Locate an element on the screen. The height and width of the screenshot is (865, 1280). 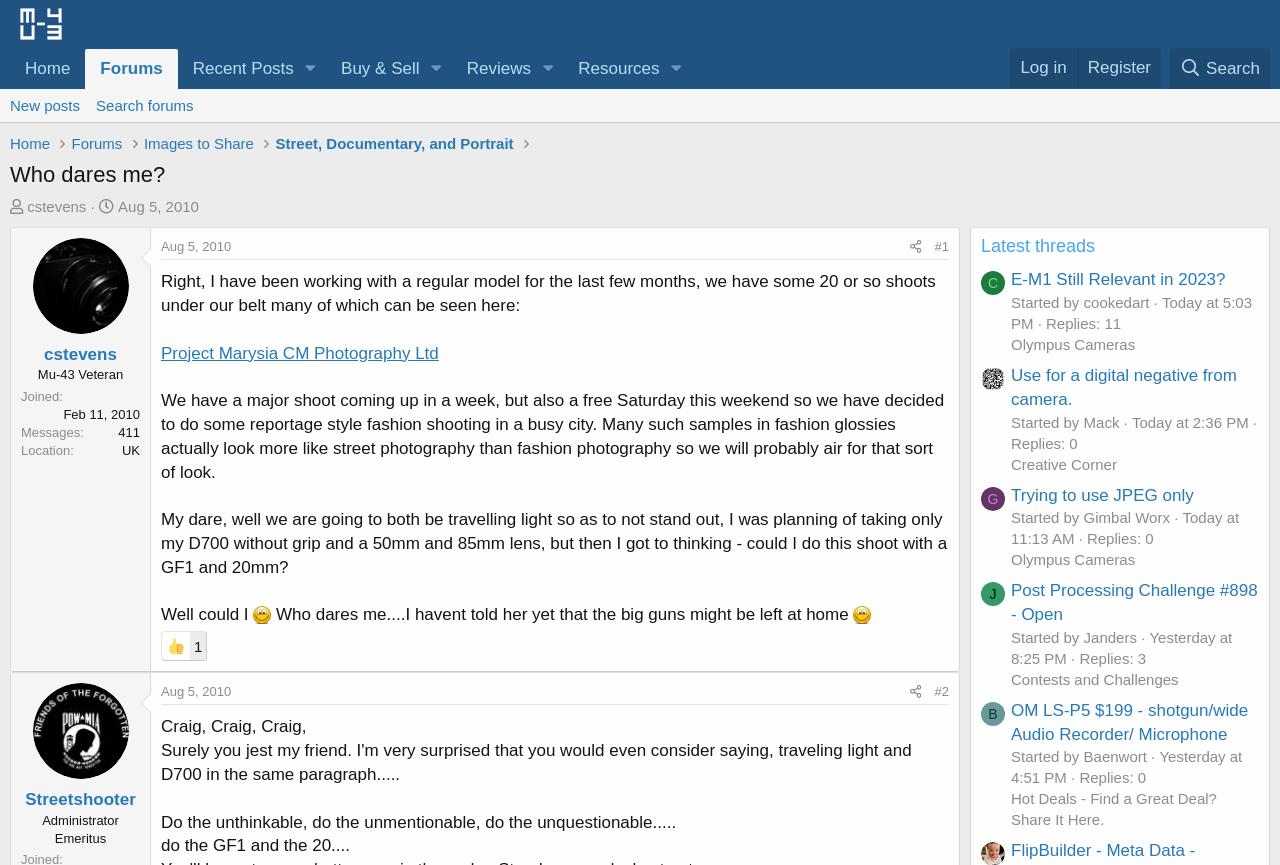
'Resources' is located at coordinates (577, 68).